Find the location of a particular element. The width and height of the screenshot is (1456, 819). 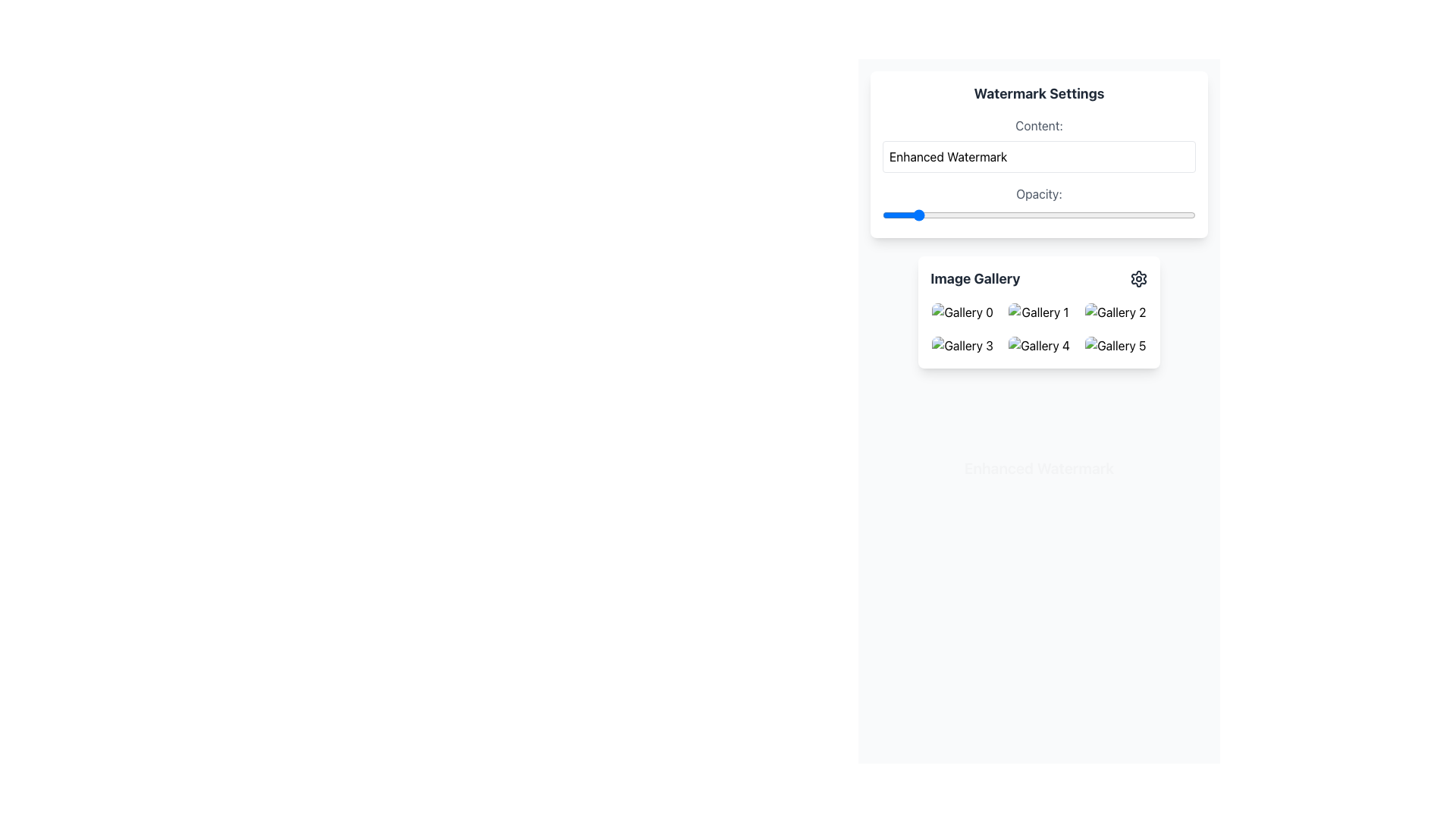

the thumbnail in the 'Image Gallery' grid is located at coordinates (1037, 328).